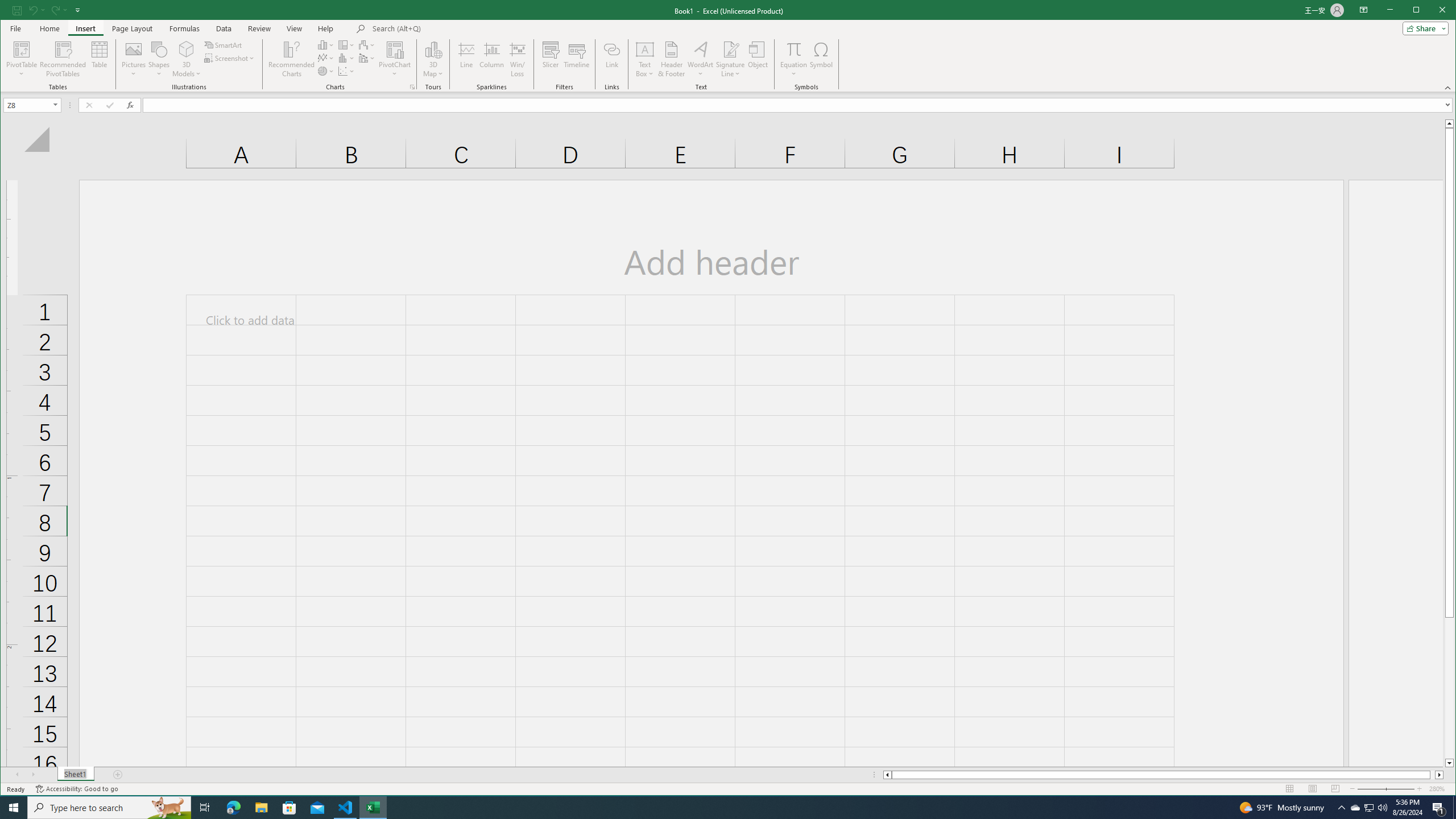 The width and height of the screenshot is (1456, 819). What do you see at coordinates (186, 48) in the screenshot?
I see `'3D Models'` at bounding box center [186, 48].